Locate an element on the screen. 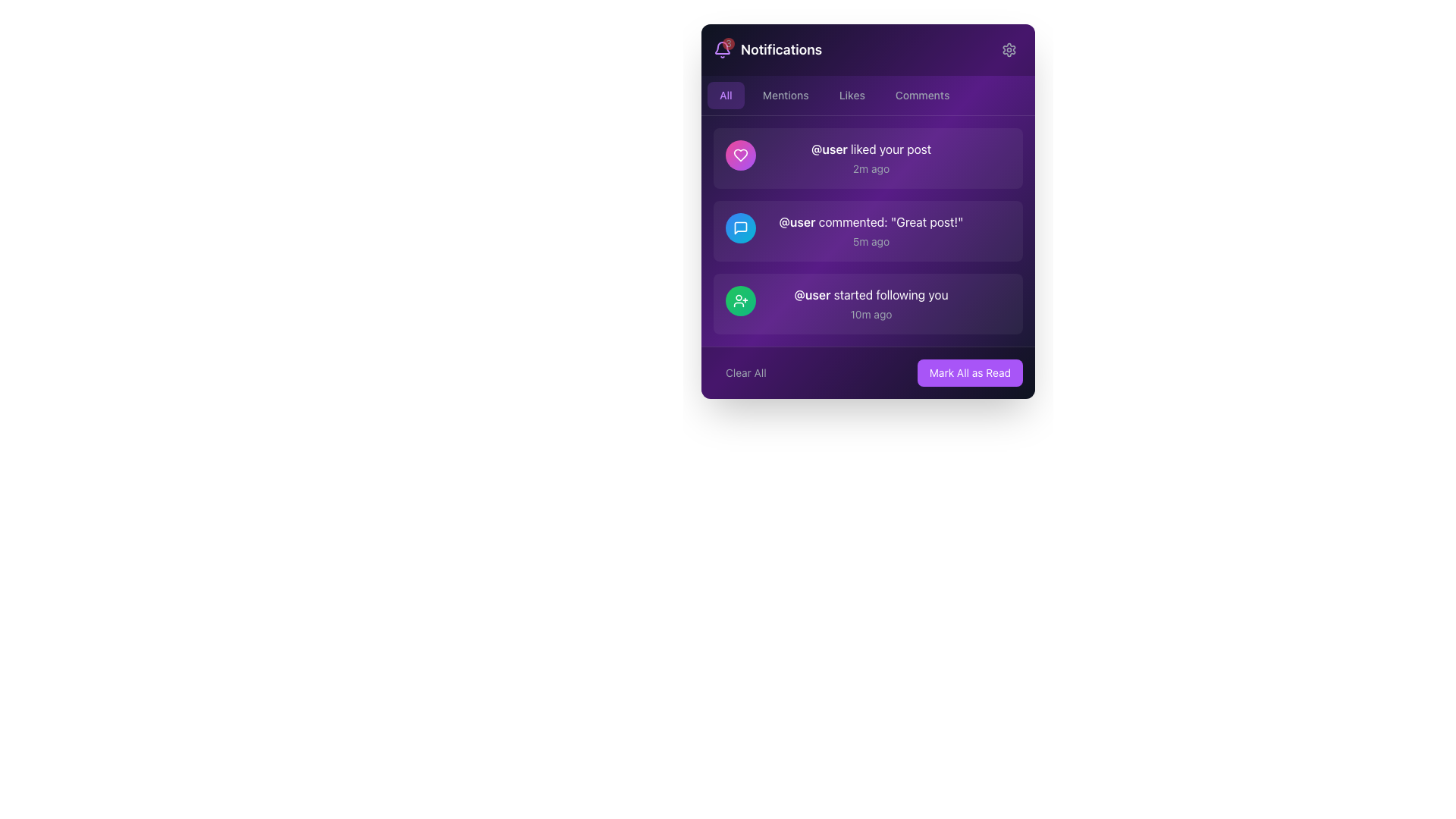 Image resolution: width=1456 pixels, height=819 pixels. header text label in the top-right corner of the notification dialog box to understand the section's purpose is located at coordinates (781, 49).